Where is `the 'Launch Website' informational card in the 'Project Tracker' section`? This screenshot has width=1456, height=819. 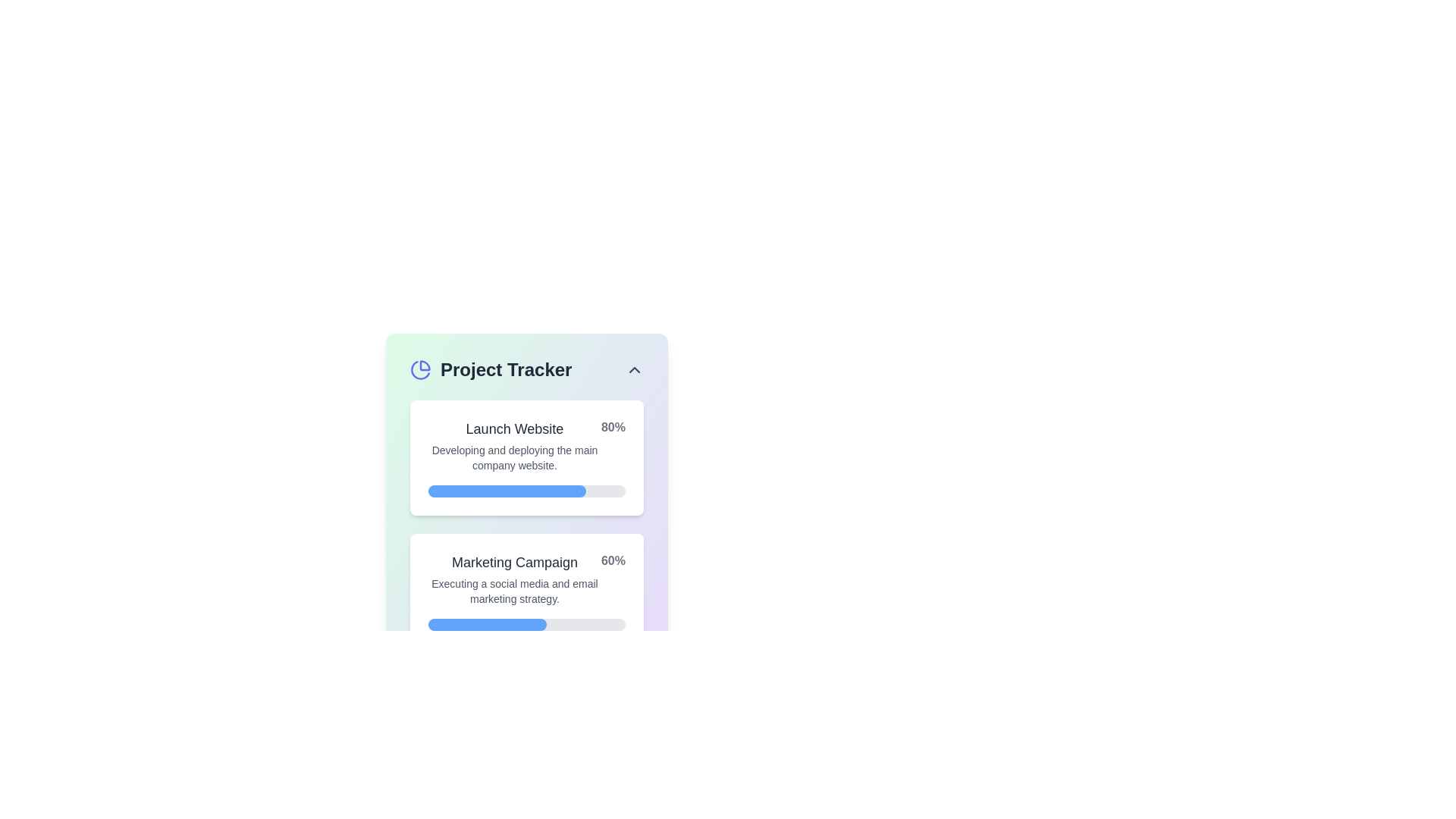 the 'Launch Website' informational card in the 'Project Tracker' section is located at coordinates (527, 472).